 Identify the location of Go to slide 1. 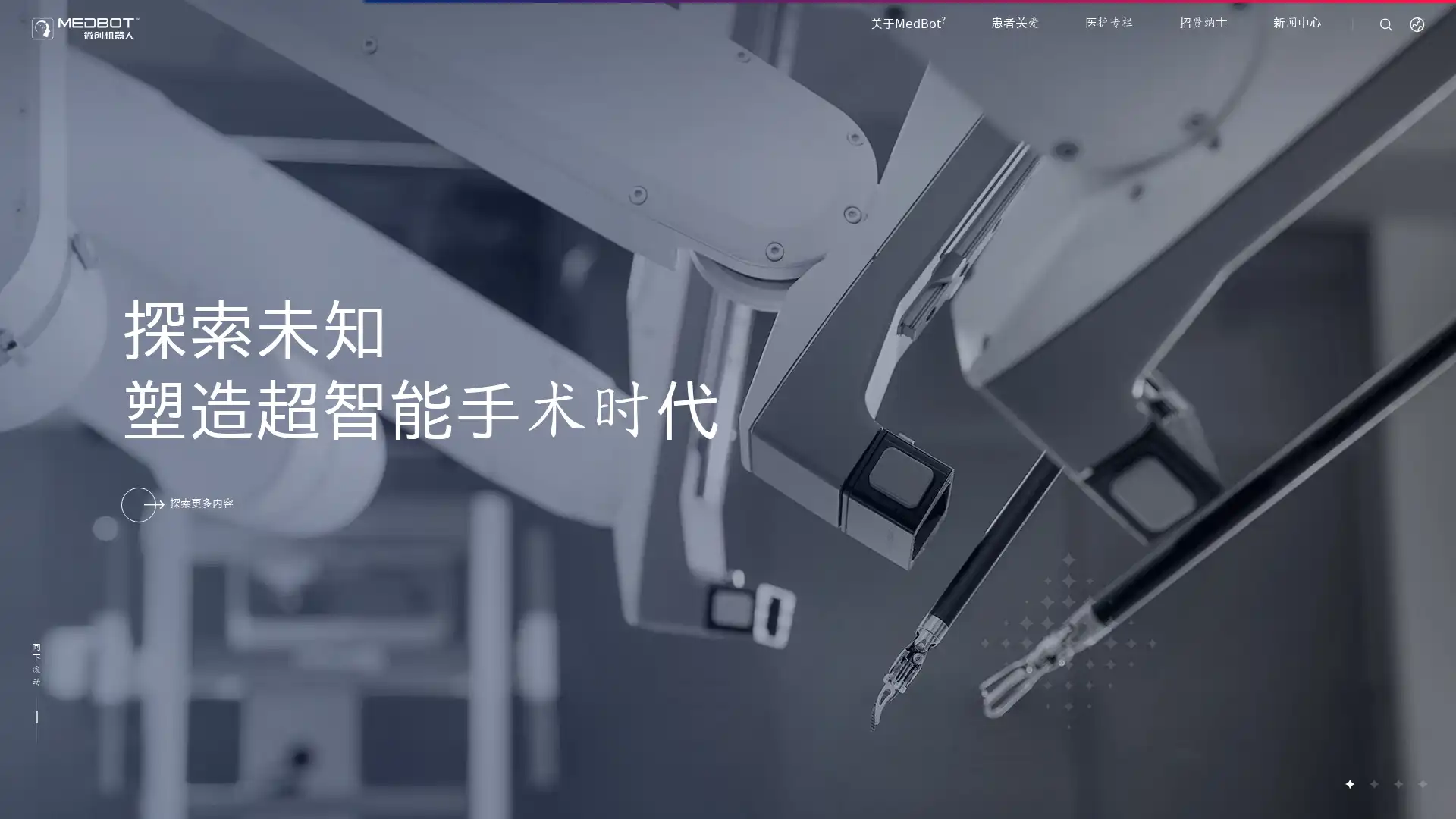
(1349, 783).